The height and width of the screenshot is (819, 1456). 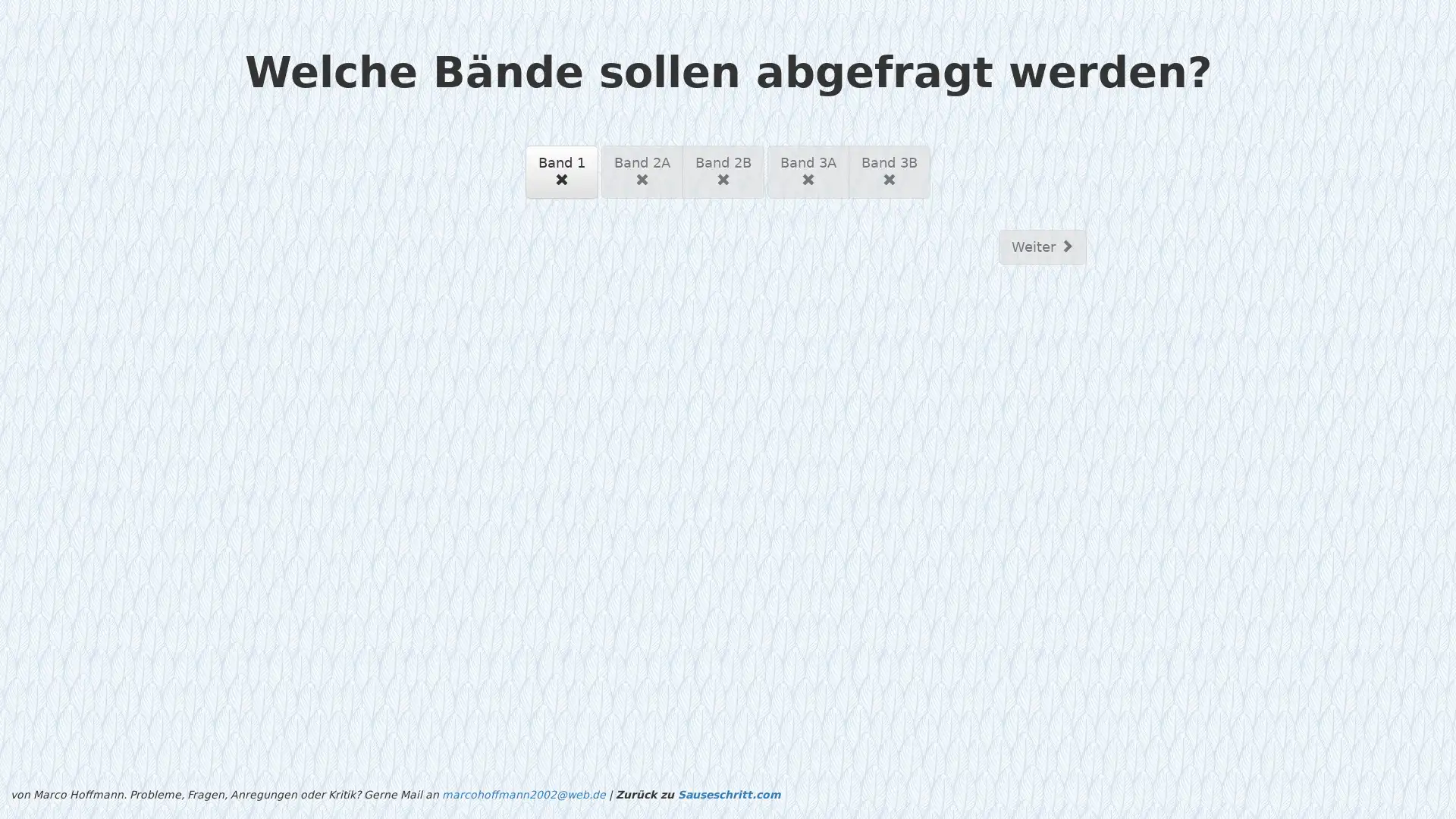 What do you see at coordinates (723, 171) in the screenshot?
I see `Band 2B` at bounding box center [723, 171].